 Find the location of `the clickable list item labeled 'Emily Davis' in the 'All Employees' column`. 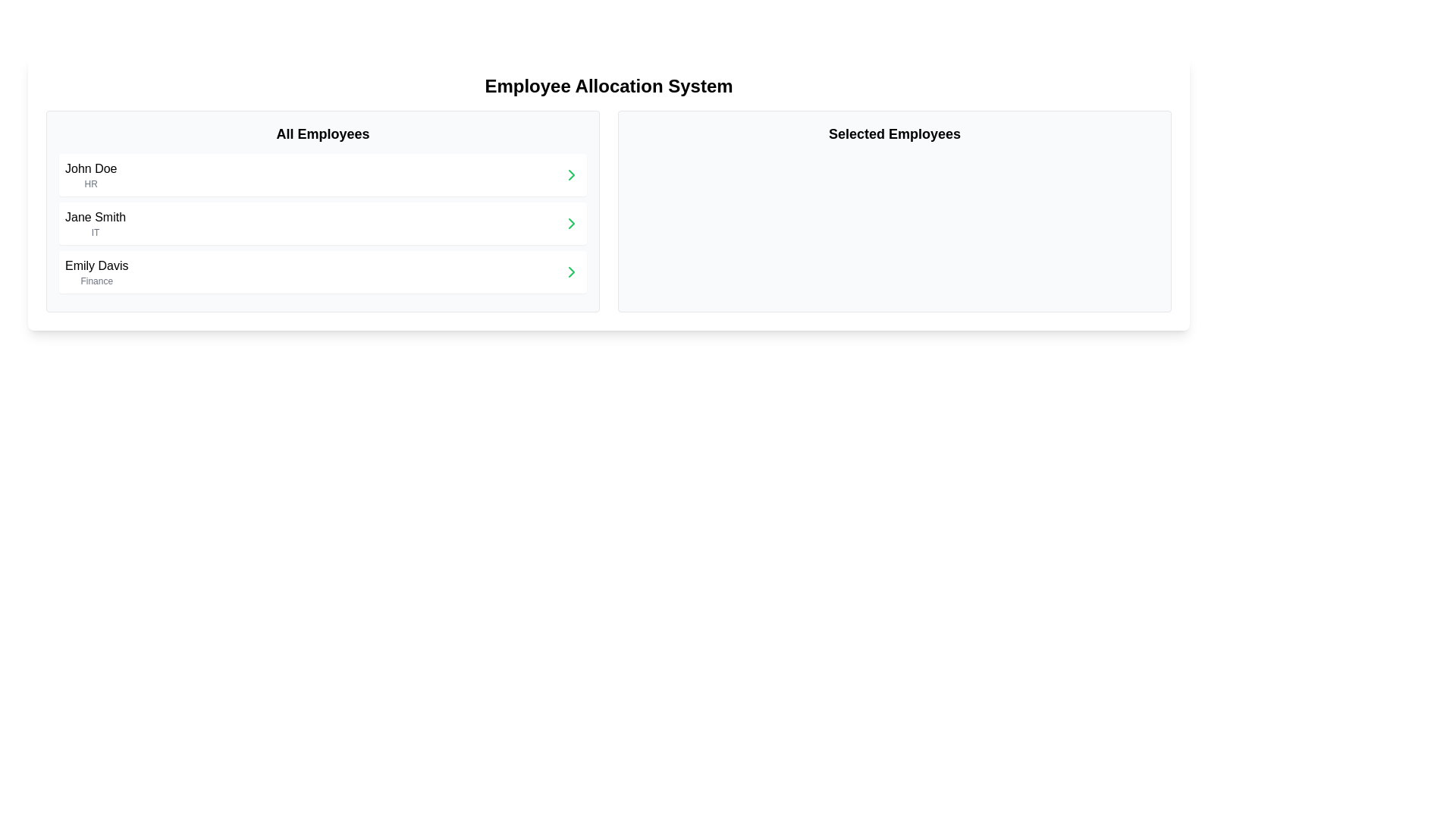

the clickable list item labeled 'Emily Davis' in the 'All Employees' column is located at coordinates (322, 271).